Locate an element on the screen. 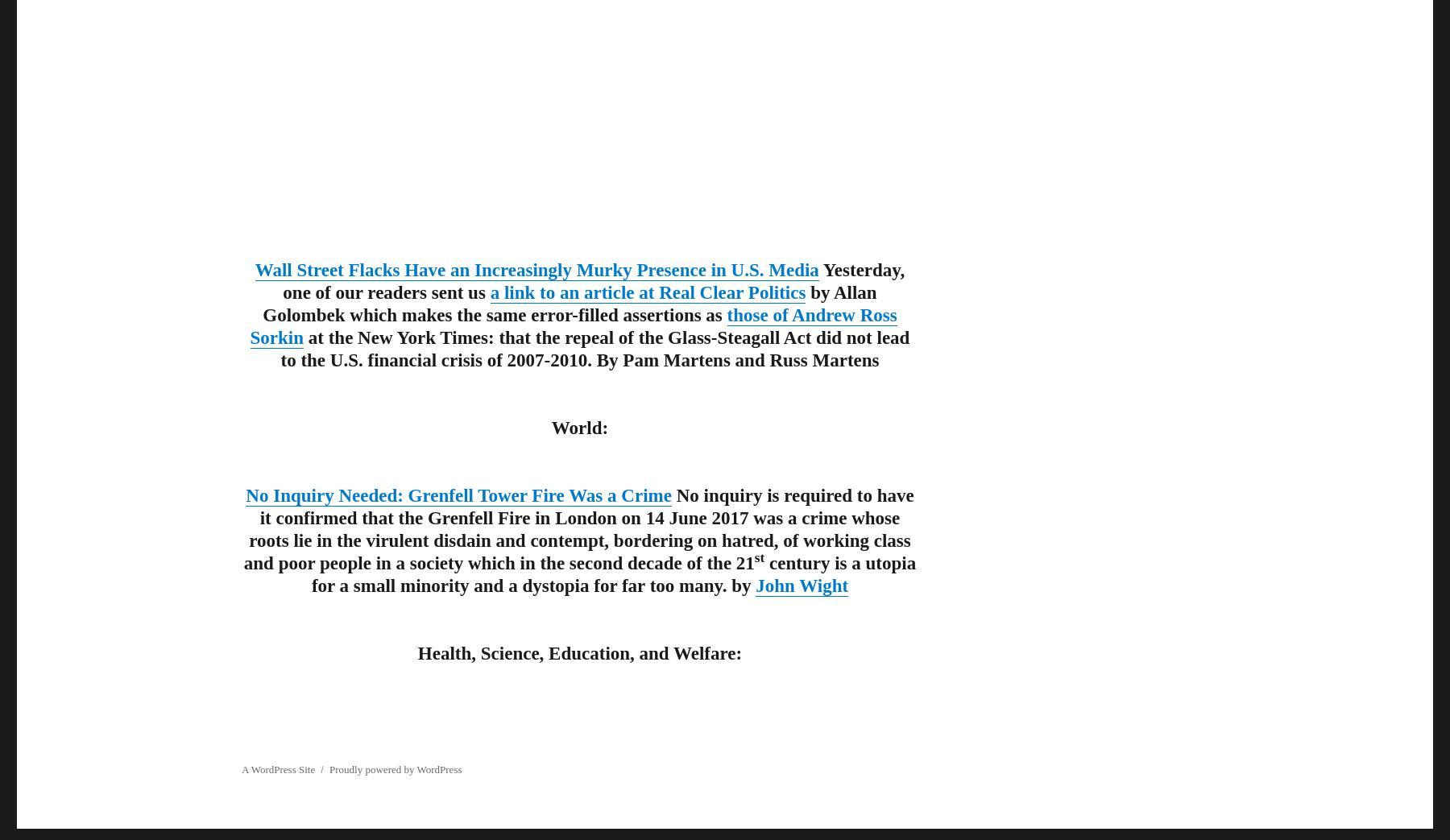  'century is a utopia for a small minority and a dystopia for far too many. by' is located at coordinates (612, 573).